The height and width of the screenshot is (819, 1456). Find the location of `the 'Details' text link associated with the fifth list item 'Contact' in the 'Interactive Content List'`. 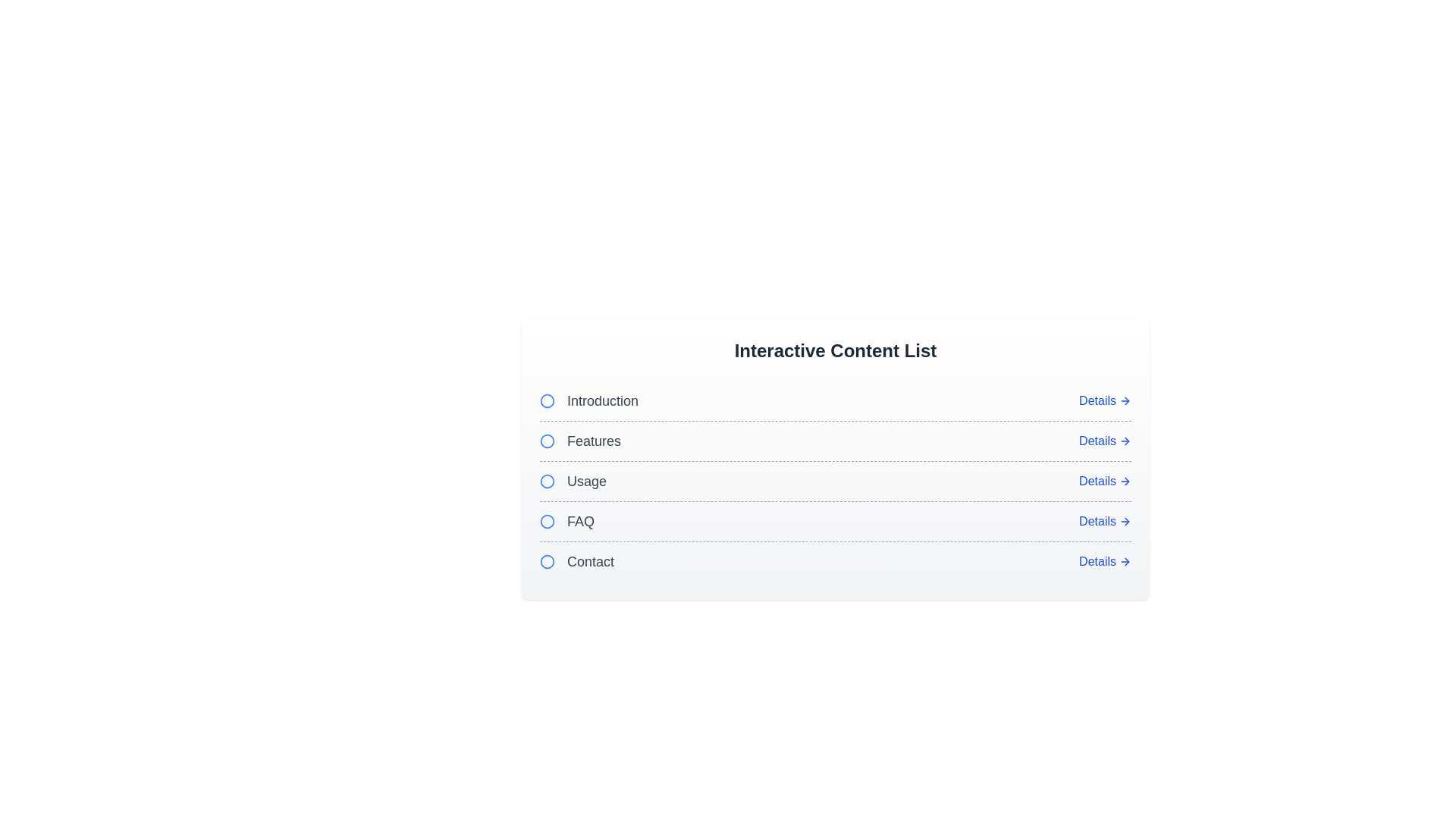

the 'Details' text link associated with the fifth list item 'Contact' in the 'Interactive Content List' is located at coordinates (1097, 520).